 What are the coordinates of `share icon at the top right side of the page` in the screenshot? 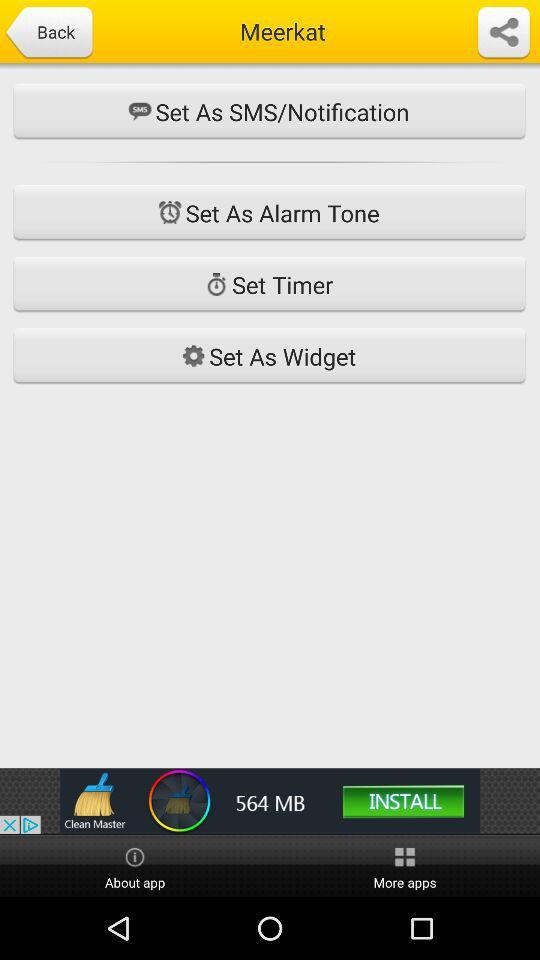 It's located at (502, 32).